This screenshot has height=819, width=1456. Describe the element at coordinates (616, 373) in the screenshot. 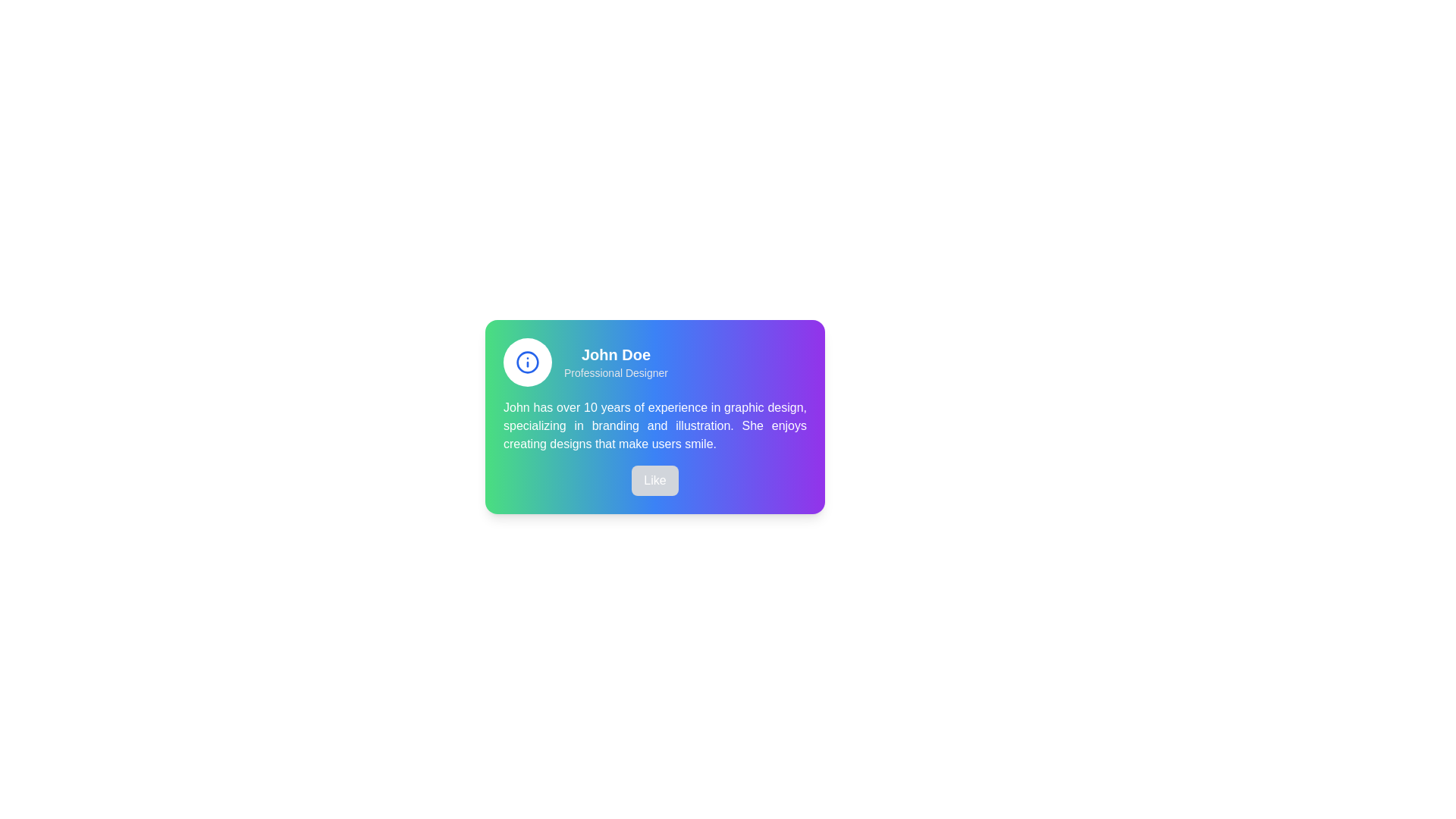

I see `the text label that contains 'Professional Designer', styled in small light gray text, located directly below 'John Doe' in a card-like interface` at that location.